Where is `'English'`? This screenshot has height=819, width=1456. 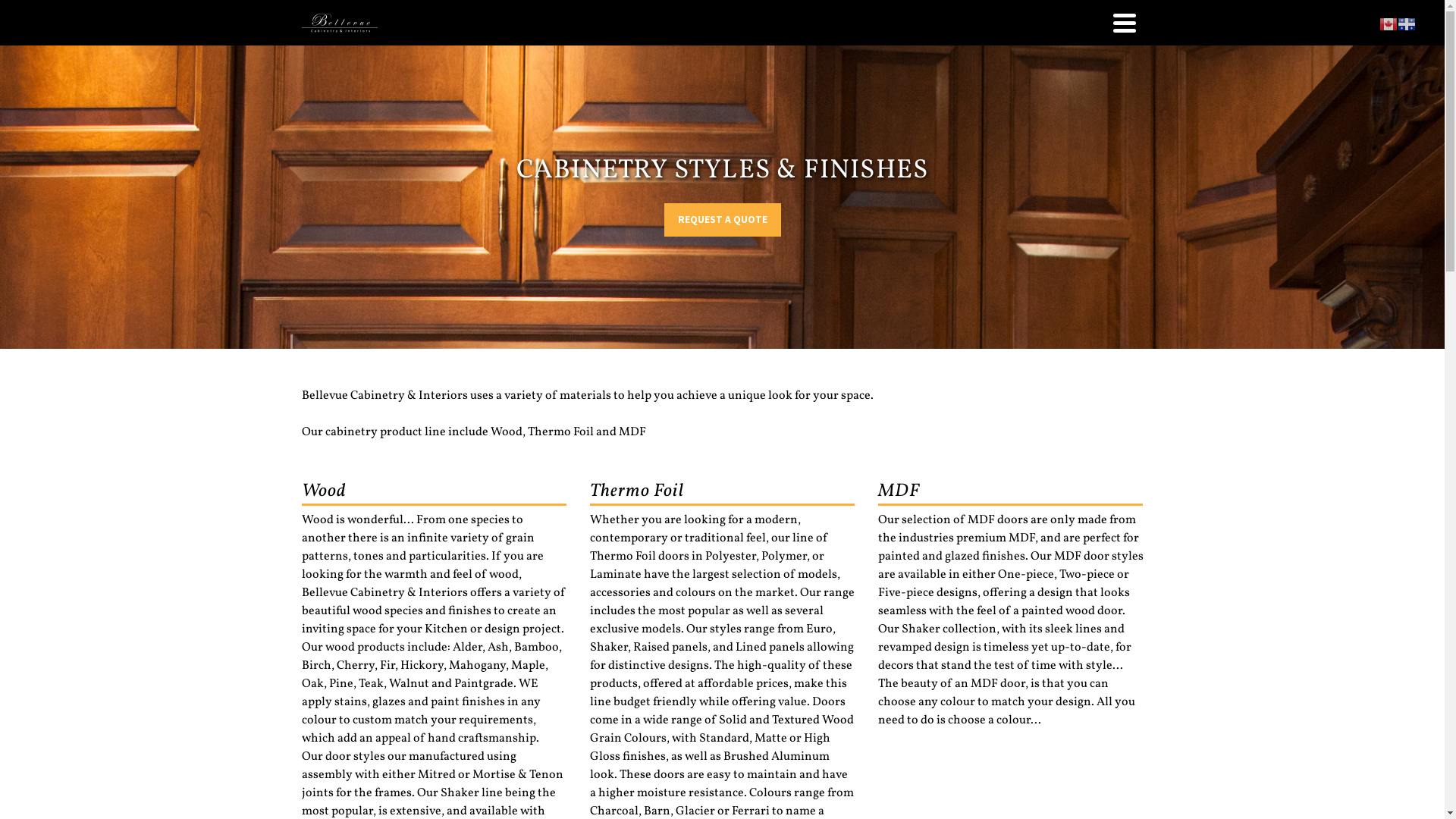
'English' is located at coordinates (1388, 24).